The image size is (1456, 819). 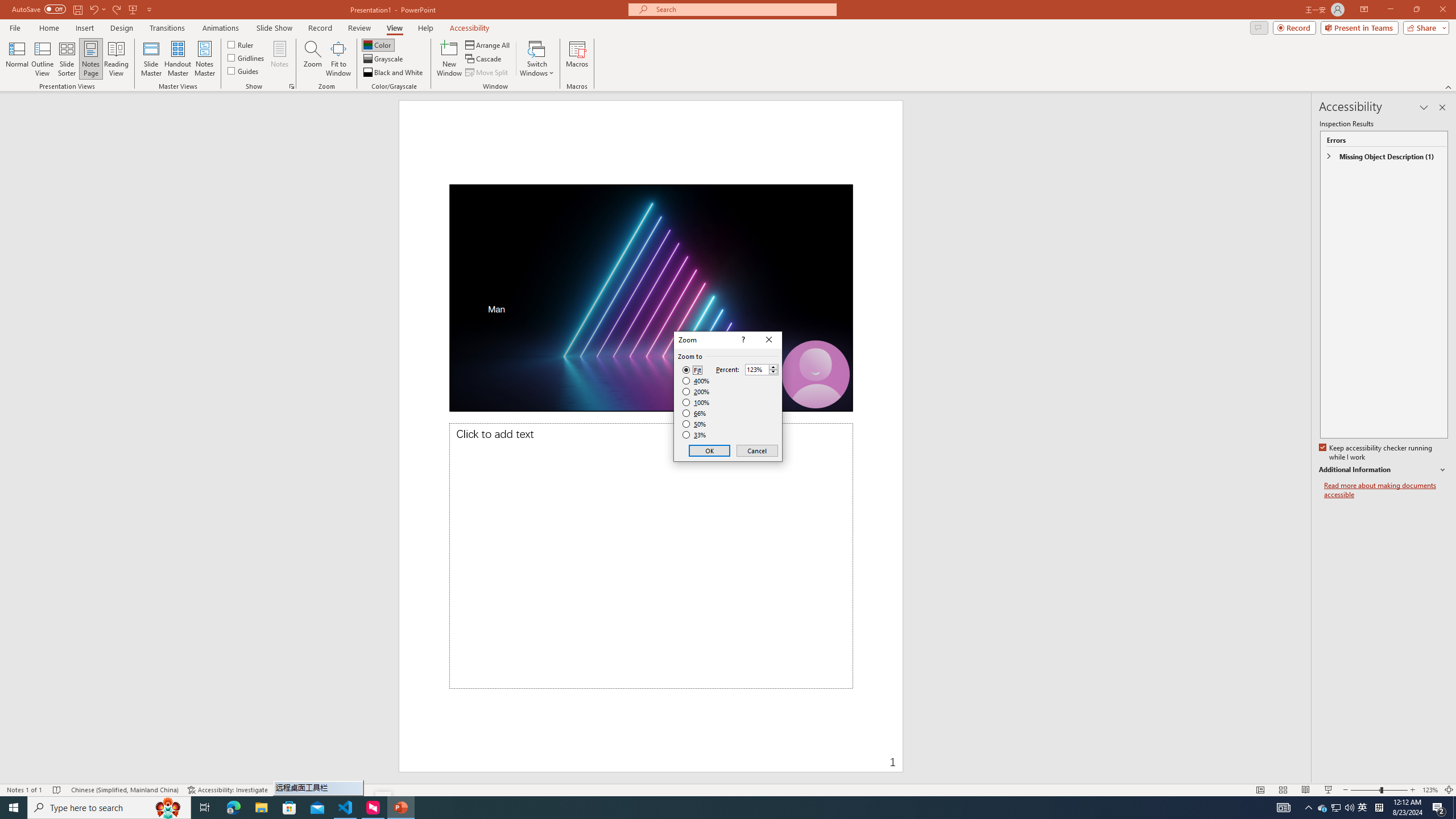 What do you see at coordinates (484, 59) in the screenshot?
I see `'Cascade'` at bounding box center [484, 59].